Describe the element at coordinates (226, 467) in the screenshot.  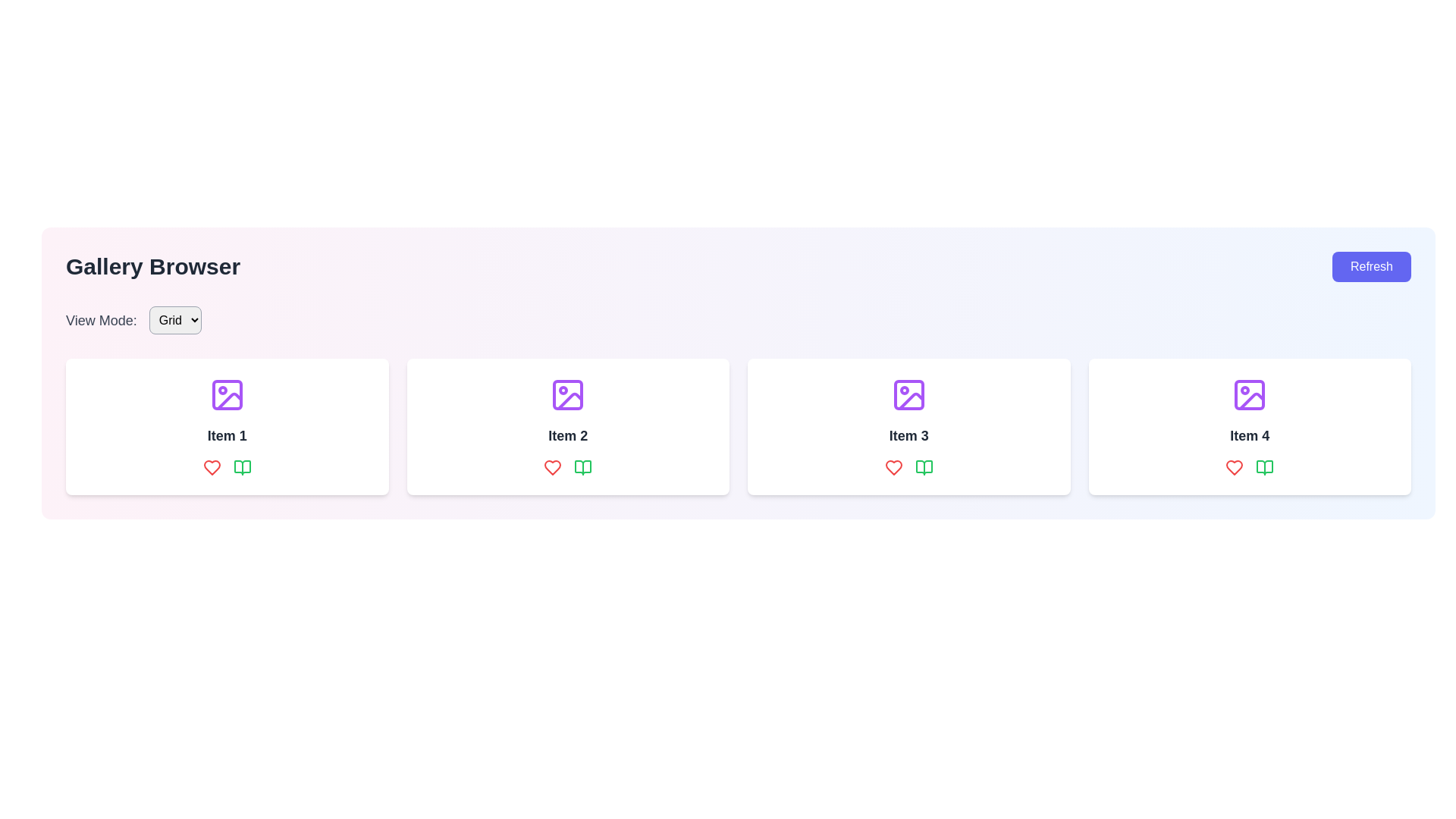
I see `the red outlined heart icon in the action panel located at the bottom section of the card labeled 'Item 1' to like the item` at that location.